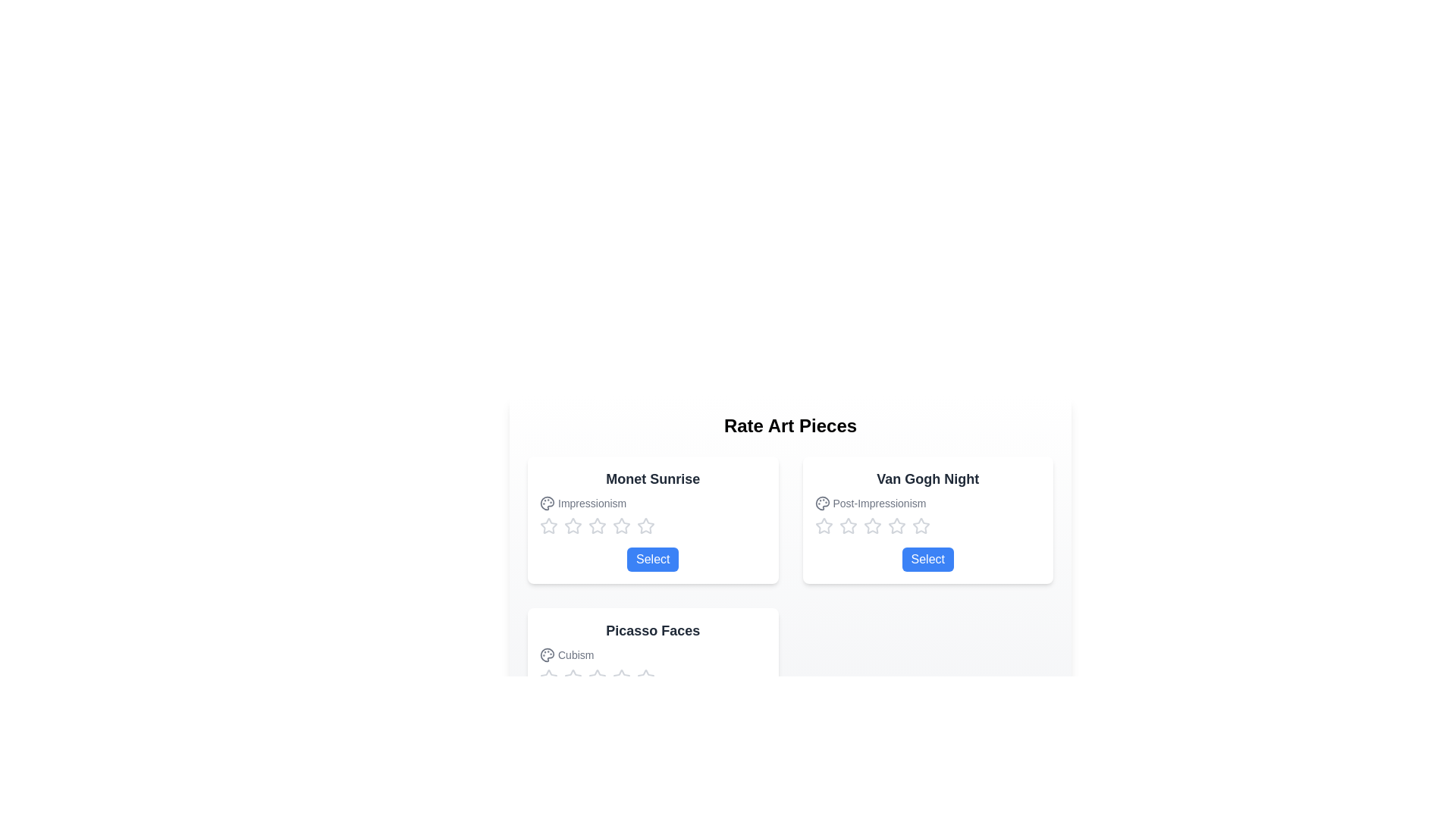 This screenshot has width=1456, height=819. Describe the element at coordinates (821, 503) in the screenshot. I see `the icon representing the art style 'Post-Impressionism' in the 'Van Gogh Night' card within the 'Rate Art Pieces' interface` at that location.